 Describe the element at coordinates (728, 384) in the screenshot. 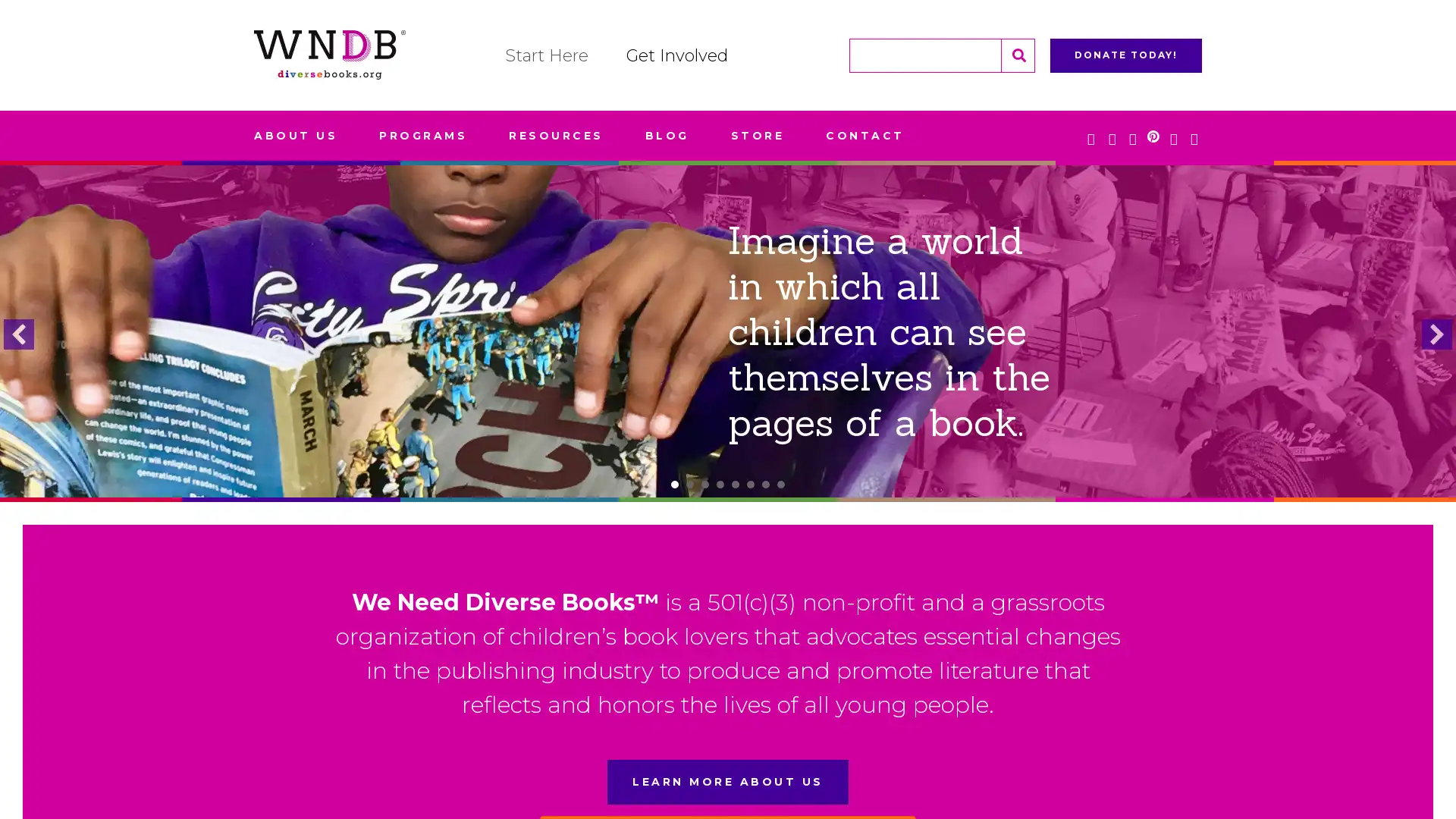

I see `LEARN MORE` at that location.